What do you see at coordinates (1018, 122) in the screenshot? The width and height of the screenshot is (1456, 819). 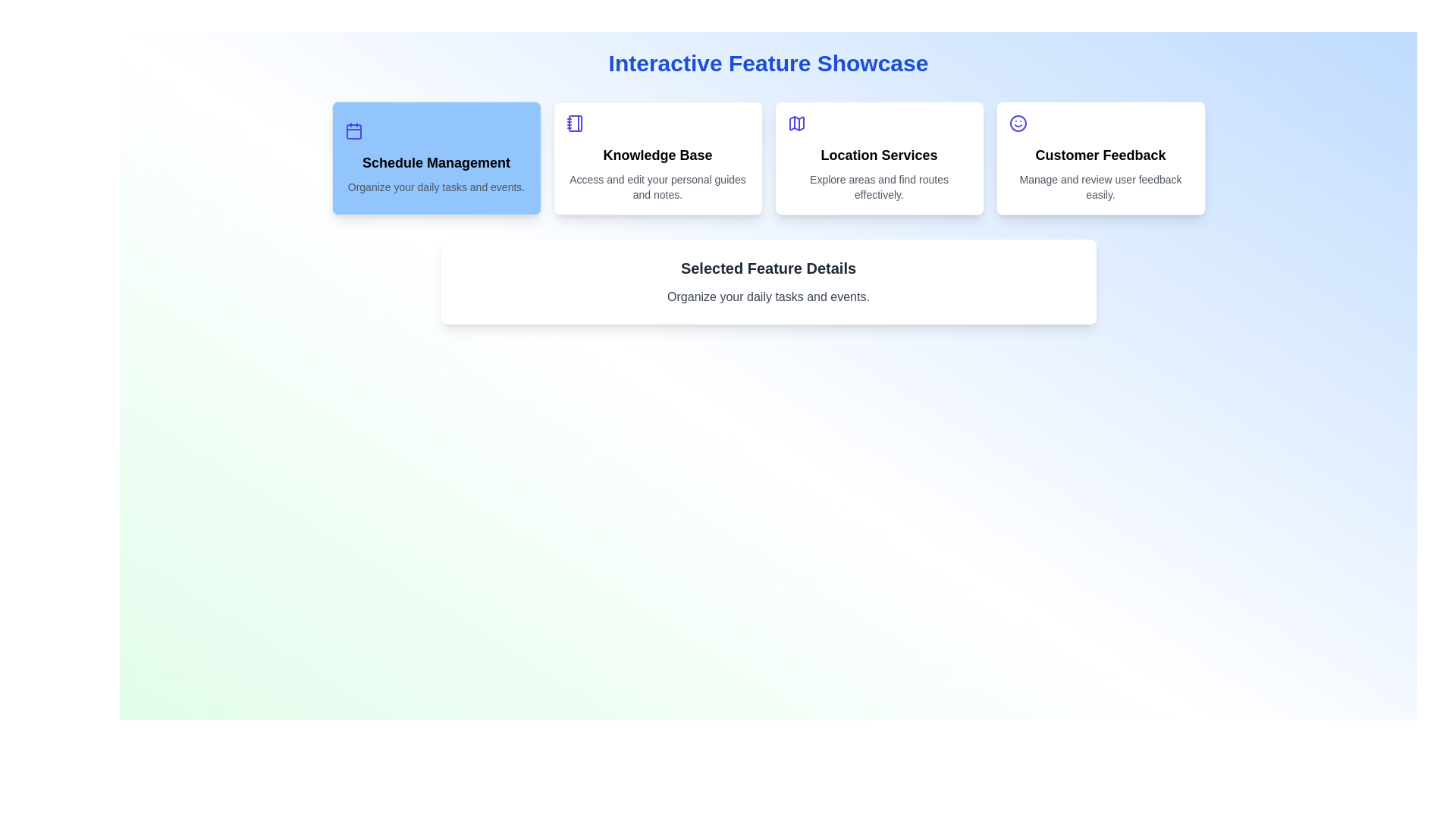 I see `the 'Customer Feedback' icon located at the top right corner of the third card, which symbolizes user sentiment` at bounding box center [1018, 122].